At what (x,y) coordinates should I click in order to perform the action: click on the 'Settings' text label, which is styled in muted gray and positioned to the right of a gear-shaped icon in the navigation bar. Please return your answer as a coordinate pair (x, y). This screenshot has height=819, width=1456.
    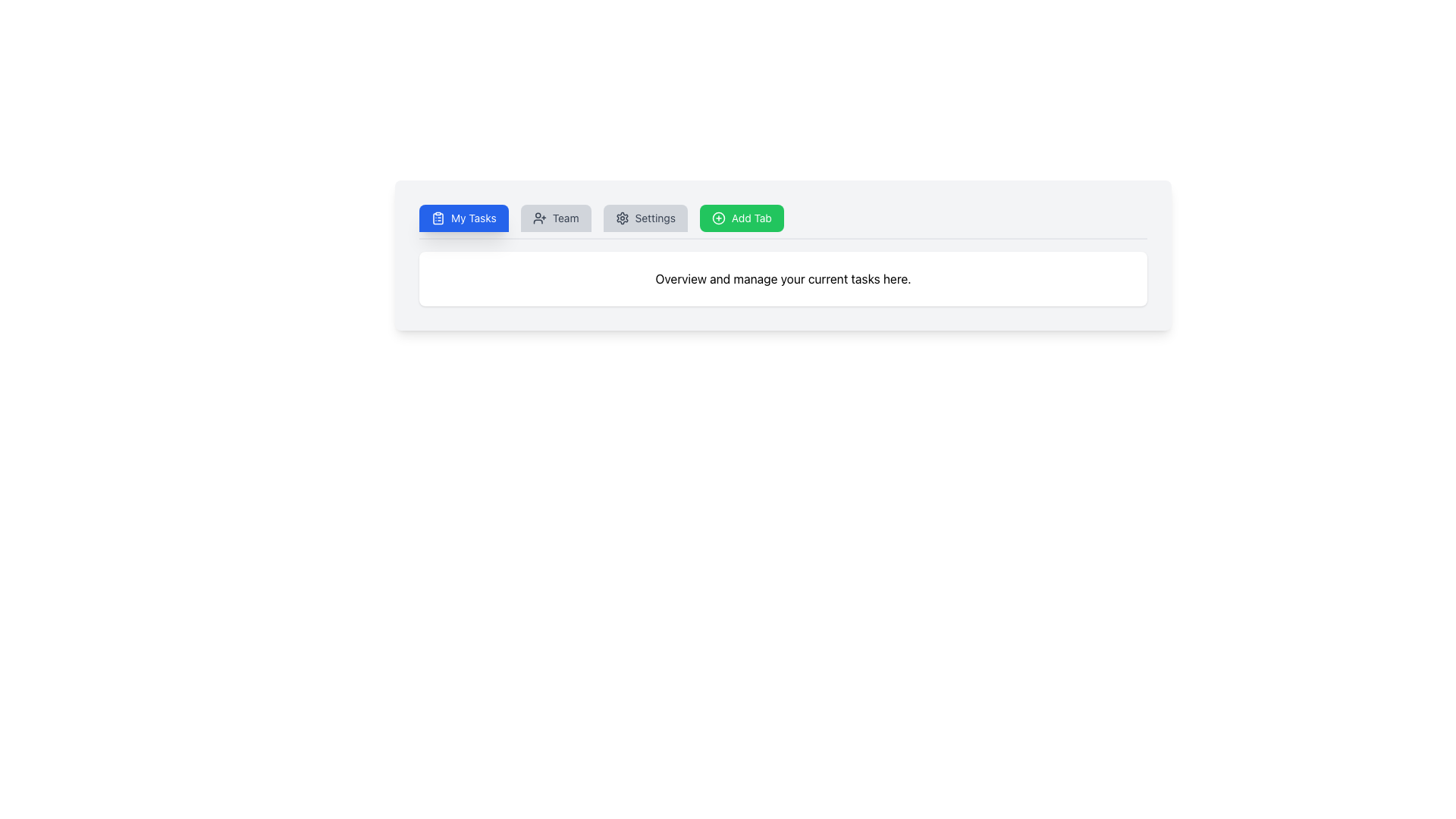
    Looking at the image, I should click on (655, 218).